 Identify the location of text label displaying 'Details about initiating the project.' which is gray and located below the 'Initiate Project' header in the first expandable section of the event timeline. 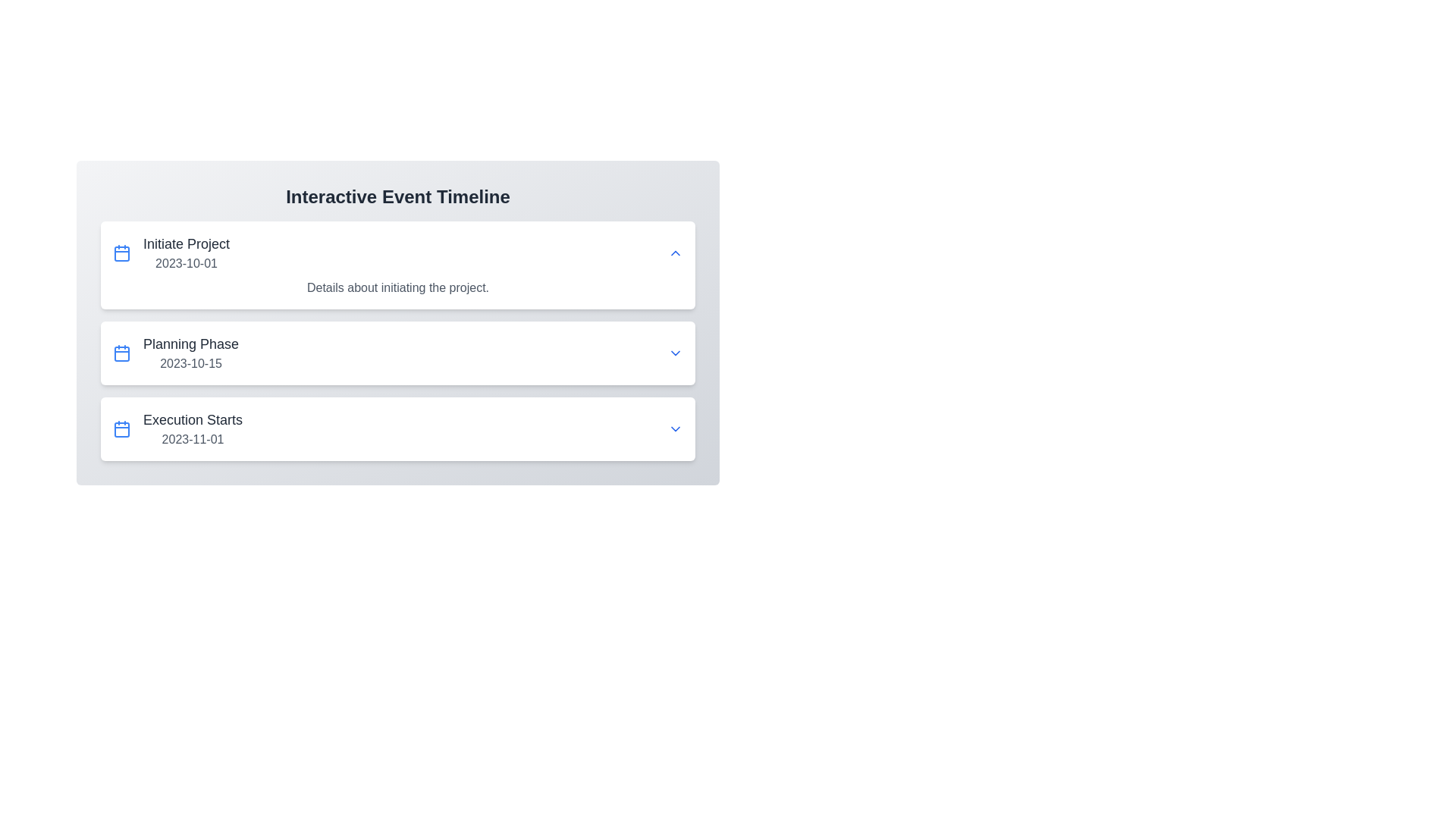
(397, 288).